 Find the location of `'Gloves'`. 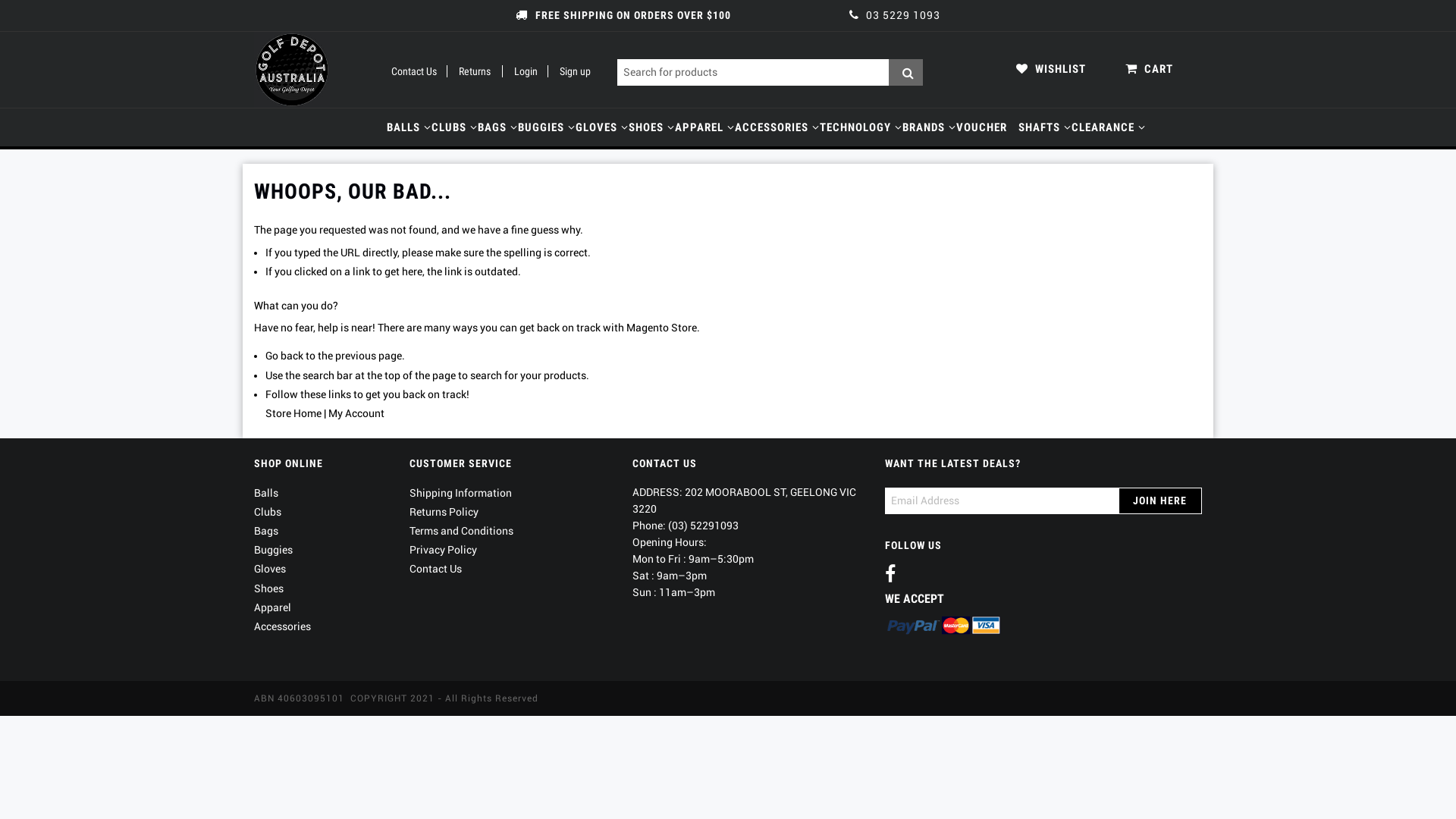

'Gloves' is located at coordinates (269, 568).